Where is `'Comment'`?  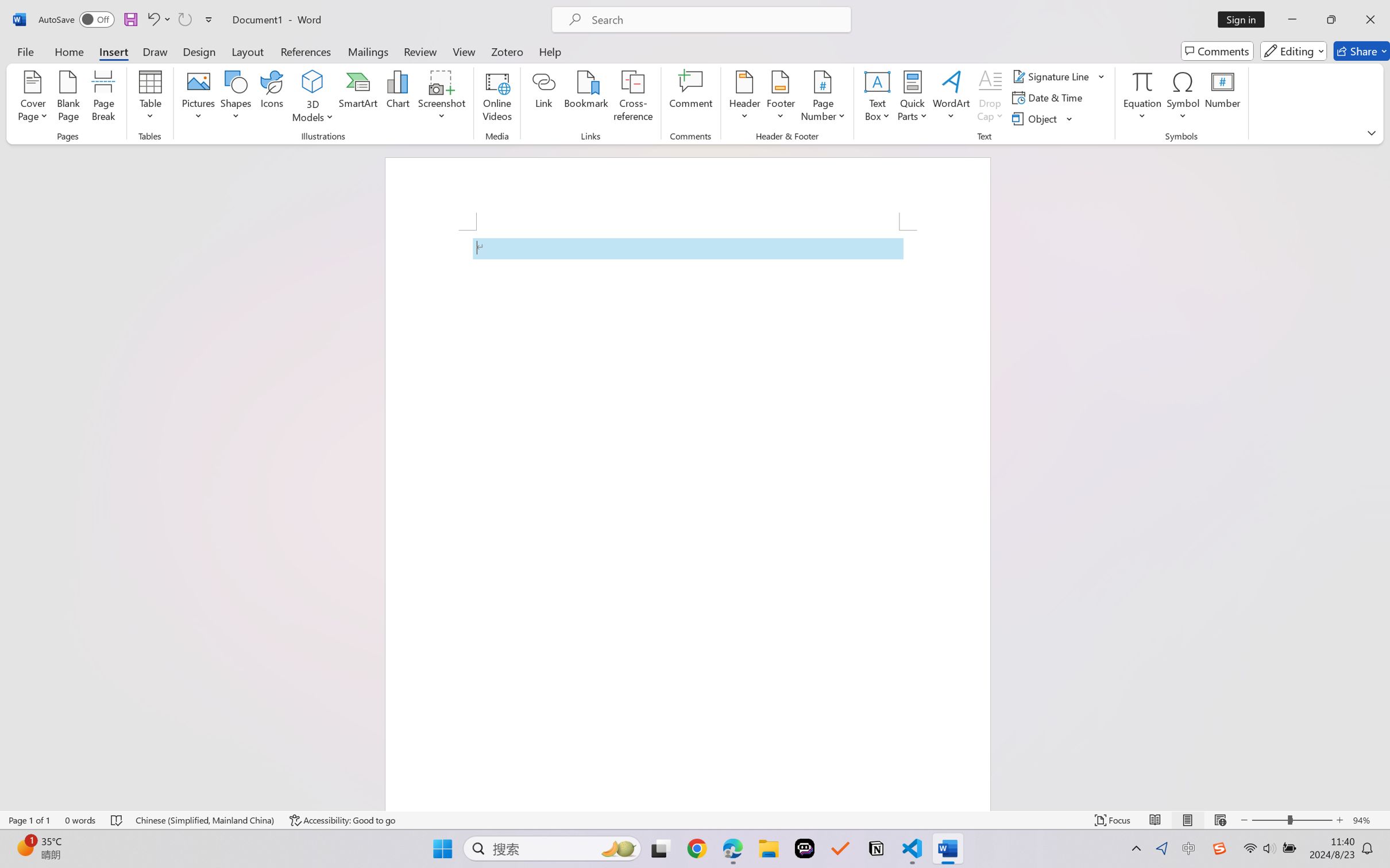
'Comment' is located at coordinates (690, 98).